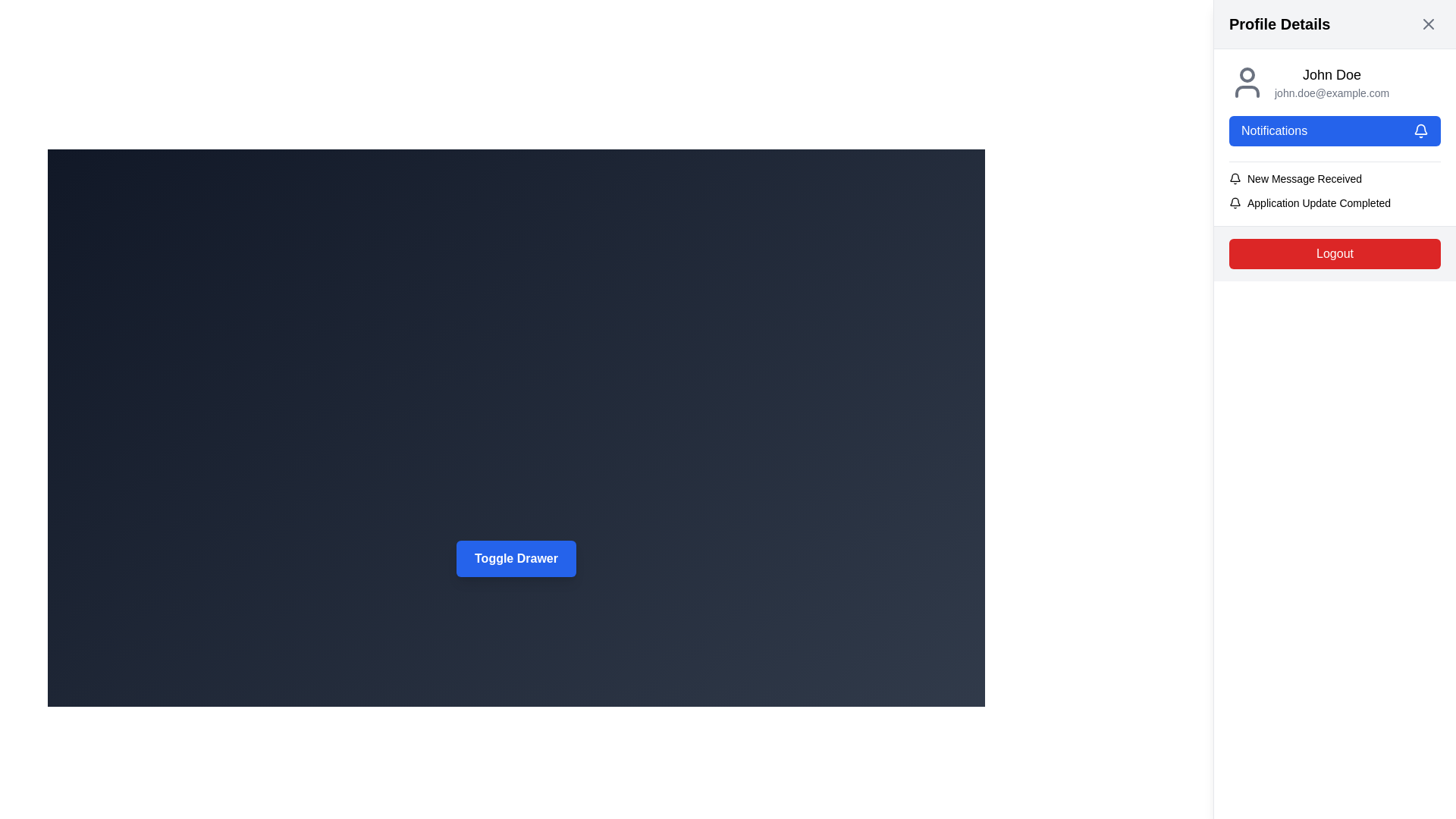 The image size is (1456, 819). Describe the element at coordinates (1335, 177) in the screenshot. I see `text of the notification item displaying 'New Message Received' in the Notifications section of the right-hand sidebar` at that location.